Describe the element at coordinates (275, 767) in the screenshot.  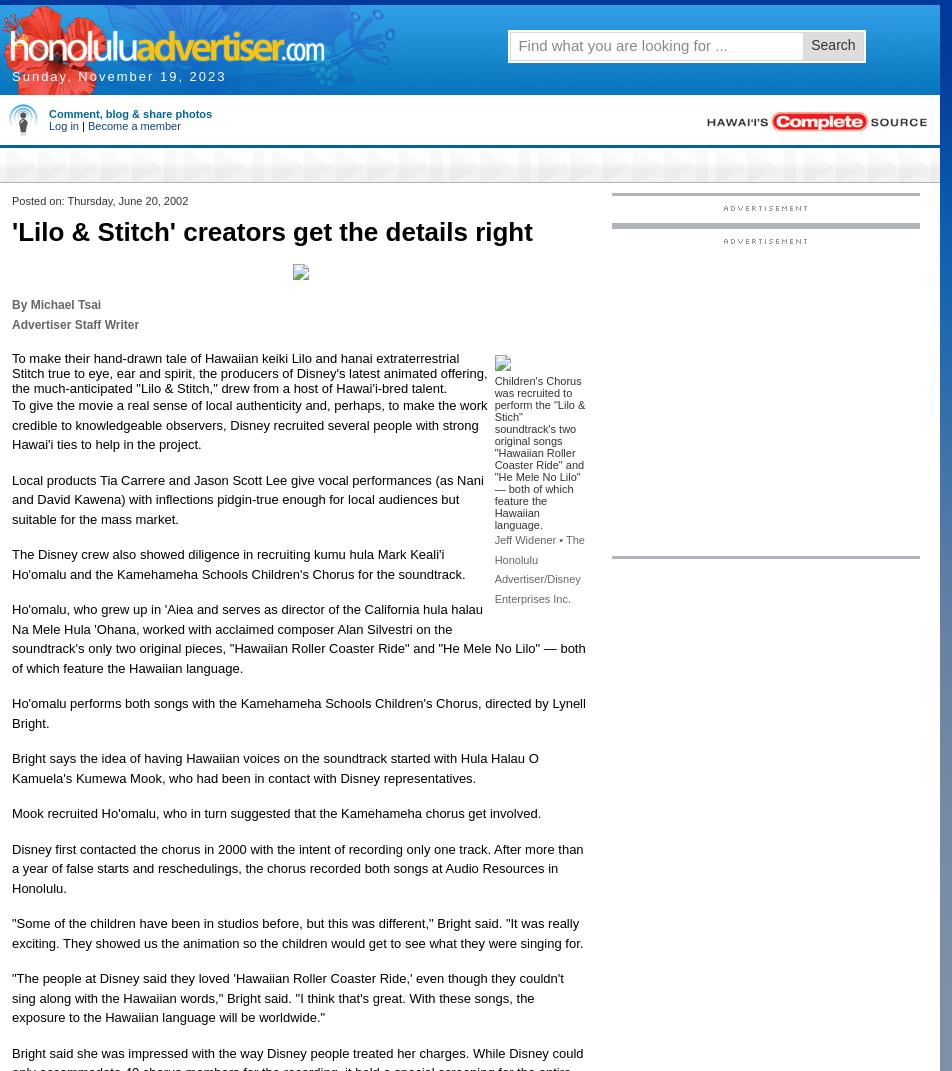
I see `'Bright says the idea of having Hawaiian voices on the soundtrack started with Hula Halau O Kamuela's Kumewa Mook, who had been in contact with Disney representatives.'` at that location.